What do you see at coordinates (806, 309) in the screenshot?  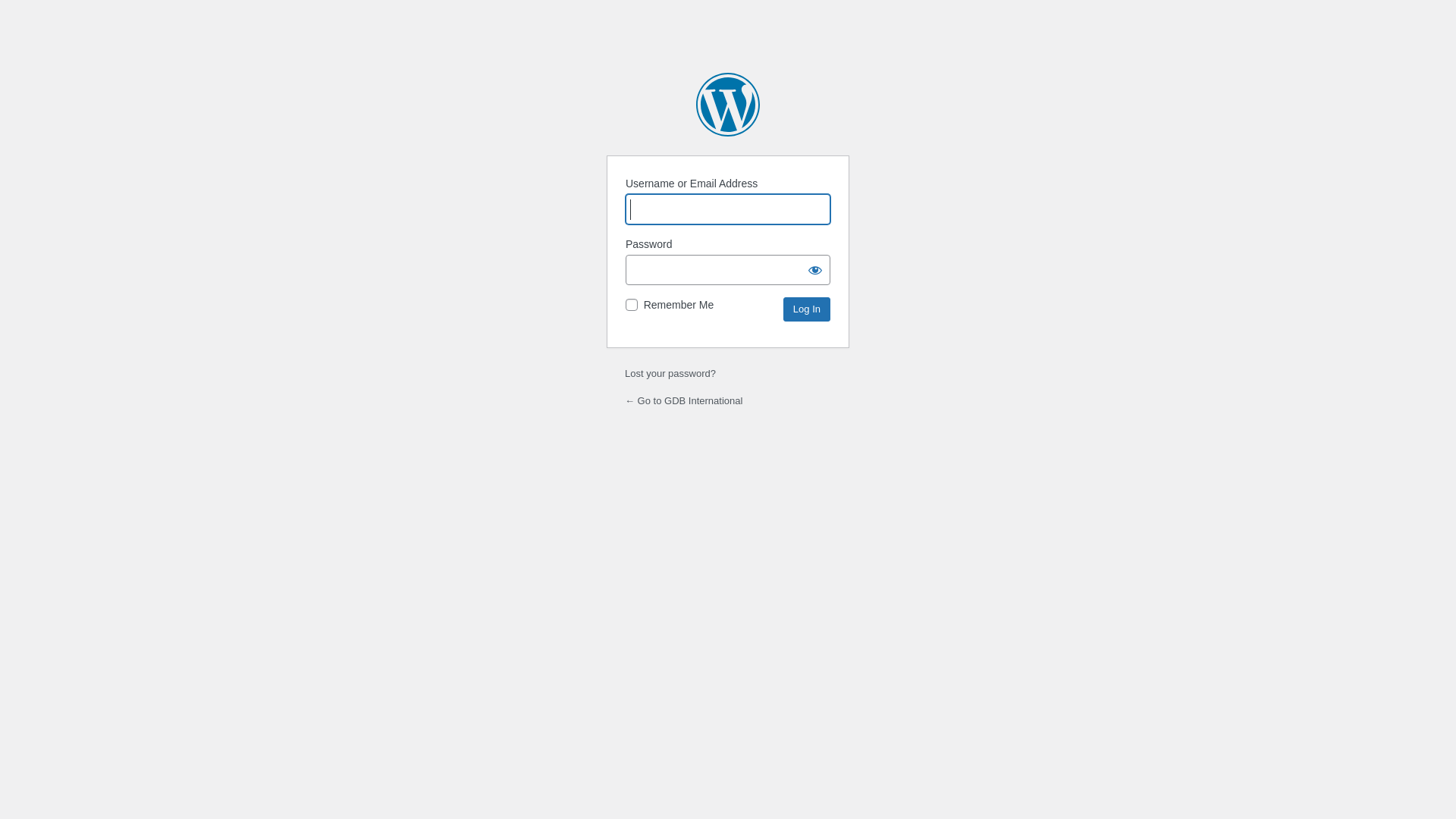 I see `'Log In'` at bounding box center [806, 309].